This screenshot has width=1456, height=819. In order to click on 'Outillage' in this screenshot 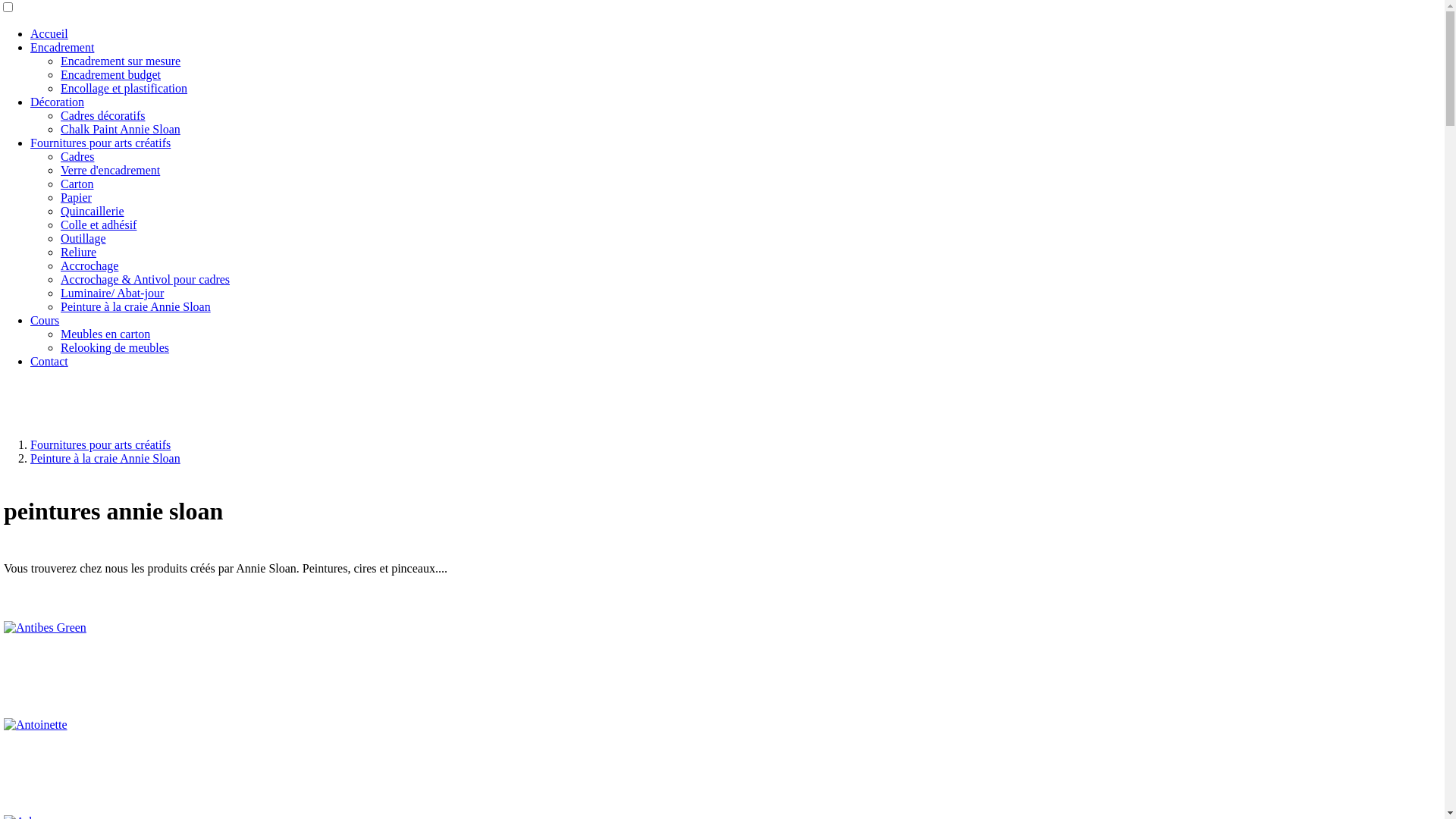, I will do `click(83, 238)`.